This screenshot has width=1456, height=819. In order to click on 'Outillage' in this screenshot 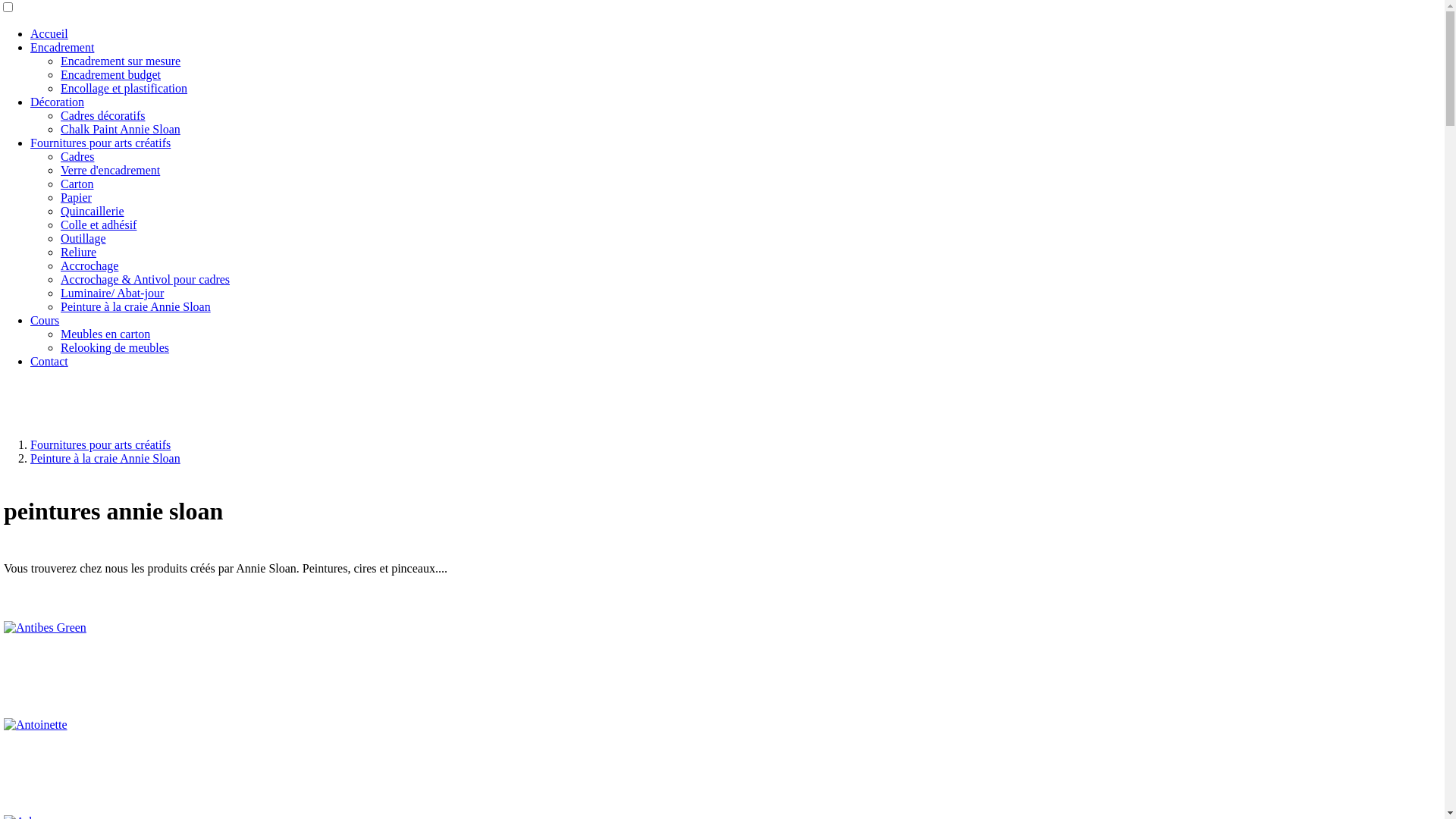, I will do `click(83, 238)`.